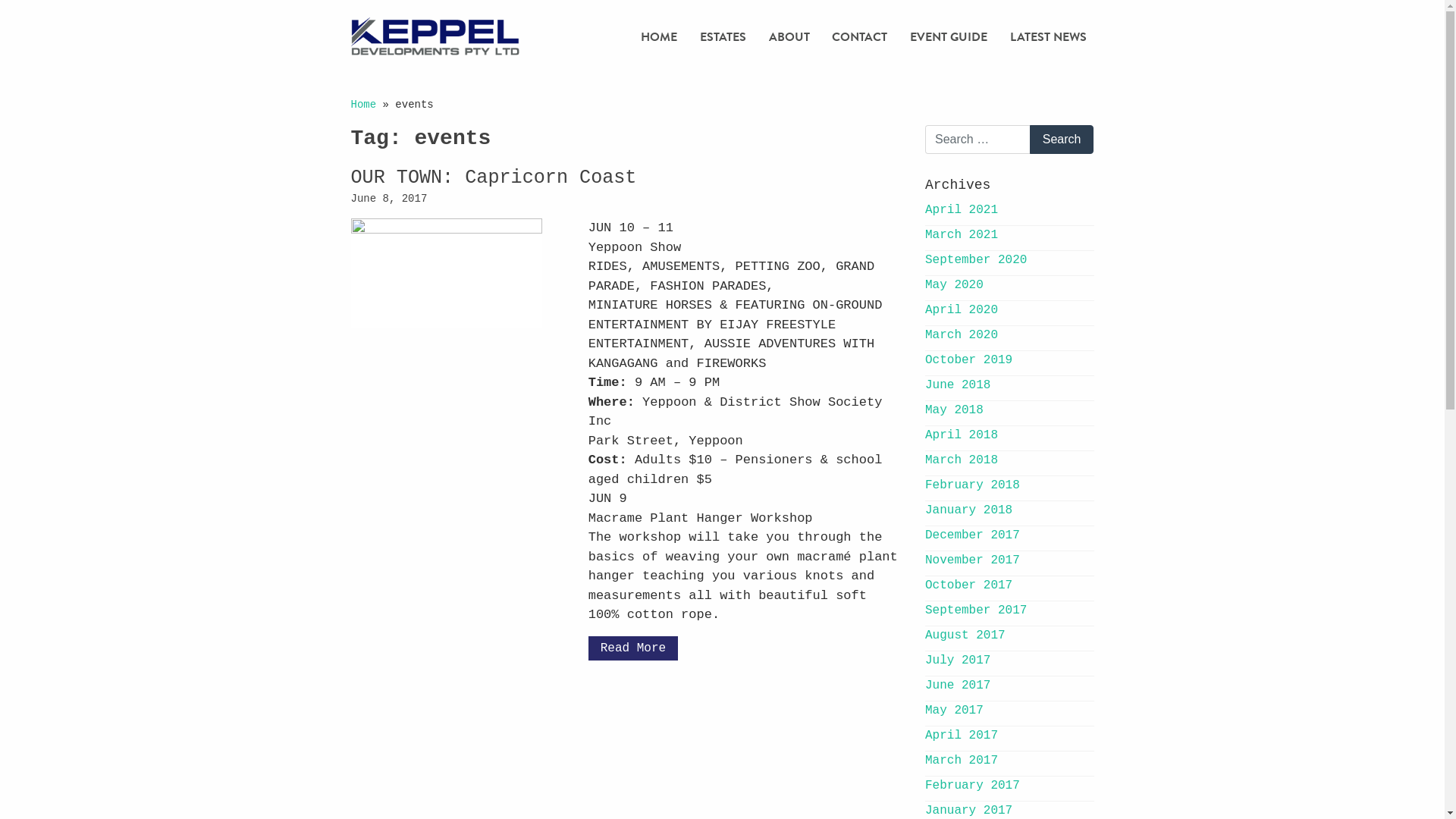 This screenshot has width=1456, height=819. I want to click on 'June 2017', so click(956, 685).